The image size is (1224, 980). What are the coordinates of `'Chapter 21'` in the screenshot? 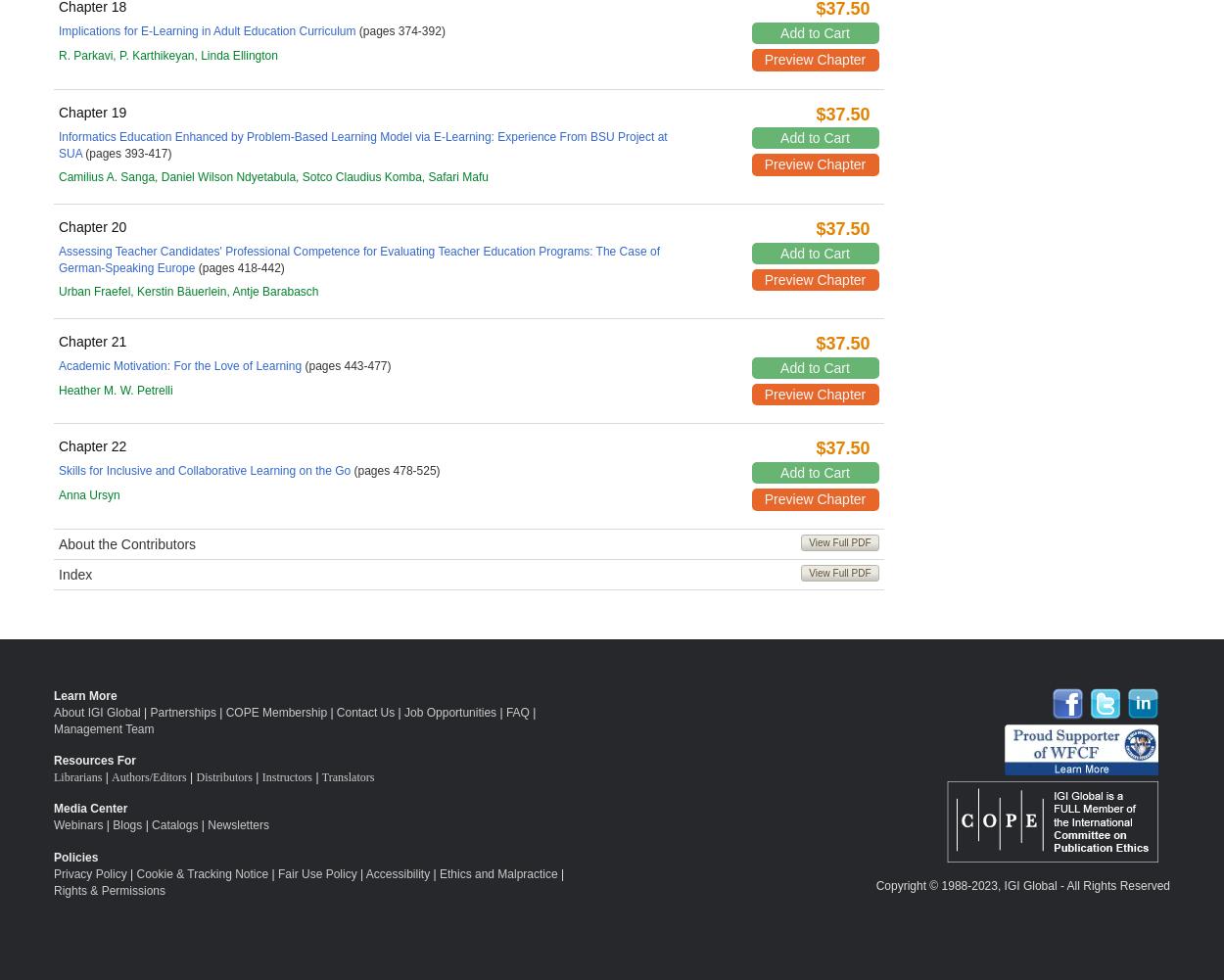 It's located at (59, 342).